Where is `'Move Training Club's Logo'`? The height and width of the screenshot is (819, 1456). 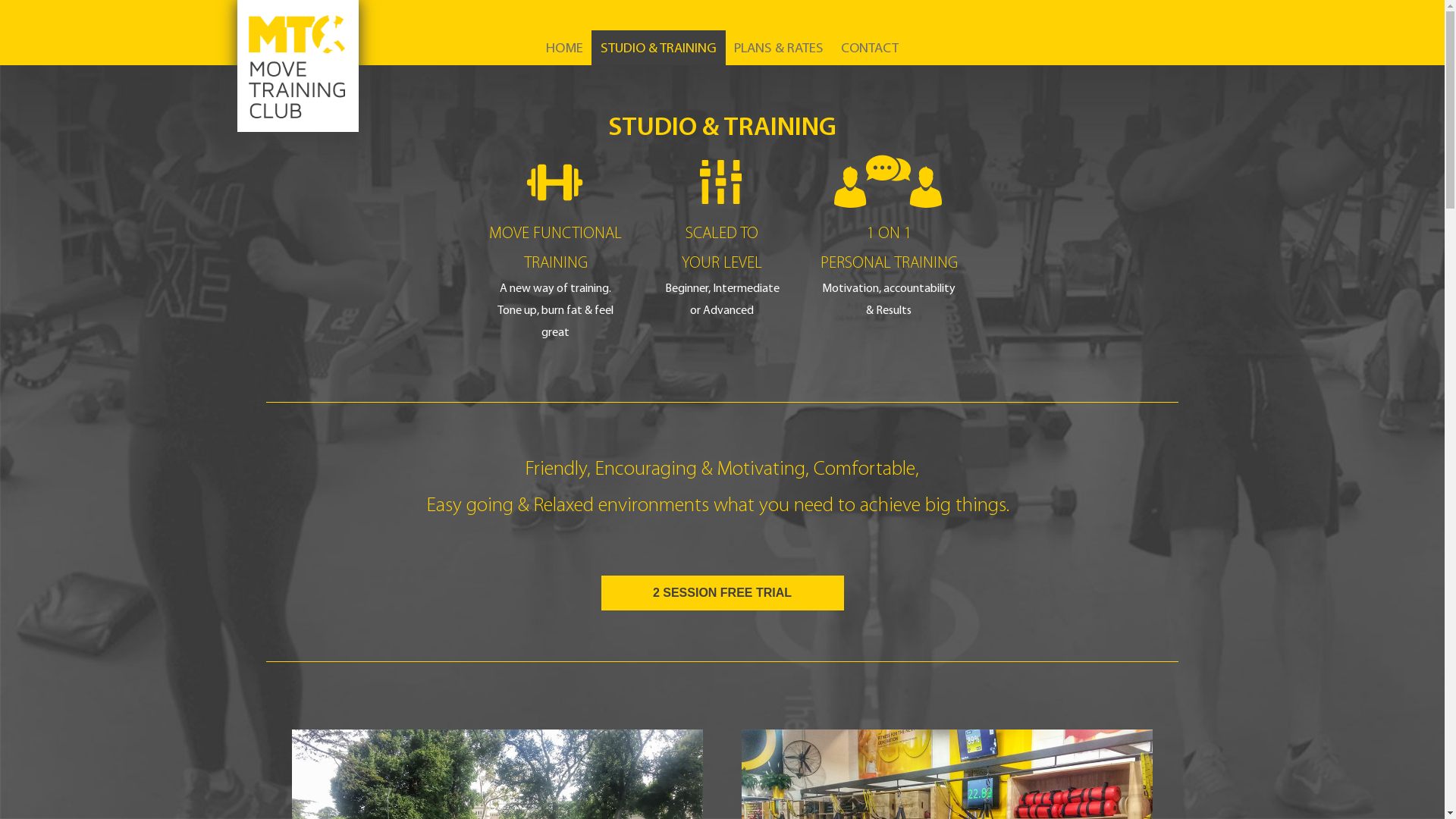 'Move Training Club's Logo' is located at coordinates (236, 65).